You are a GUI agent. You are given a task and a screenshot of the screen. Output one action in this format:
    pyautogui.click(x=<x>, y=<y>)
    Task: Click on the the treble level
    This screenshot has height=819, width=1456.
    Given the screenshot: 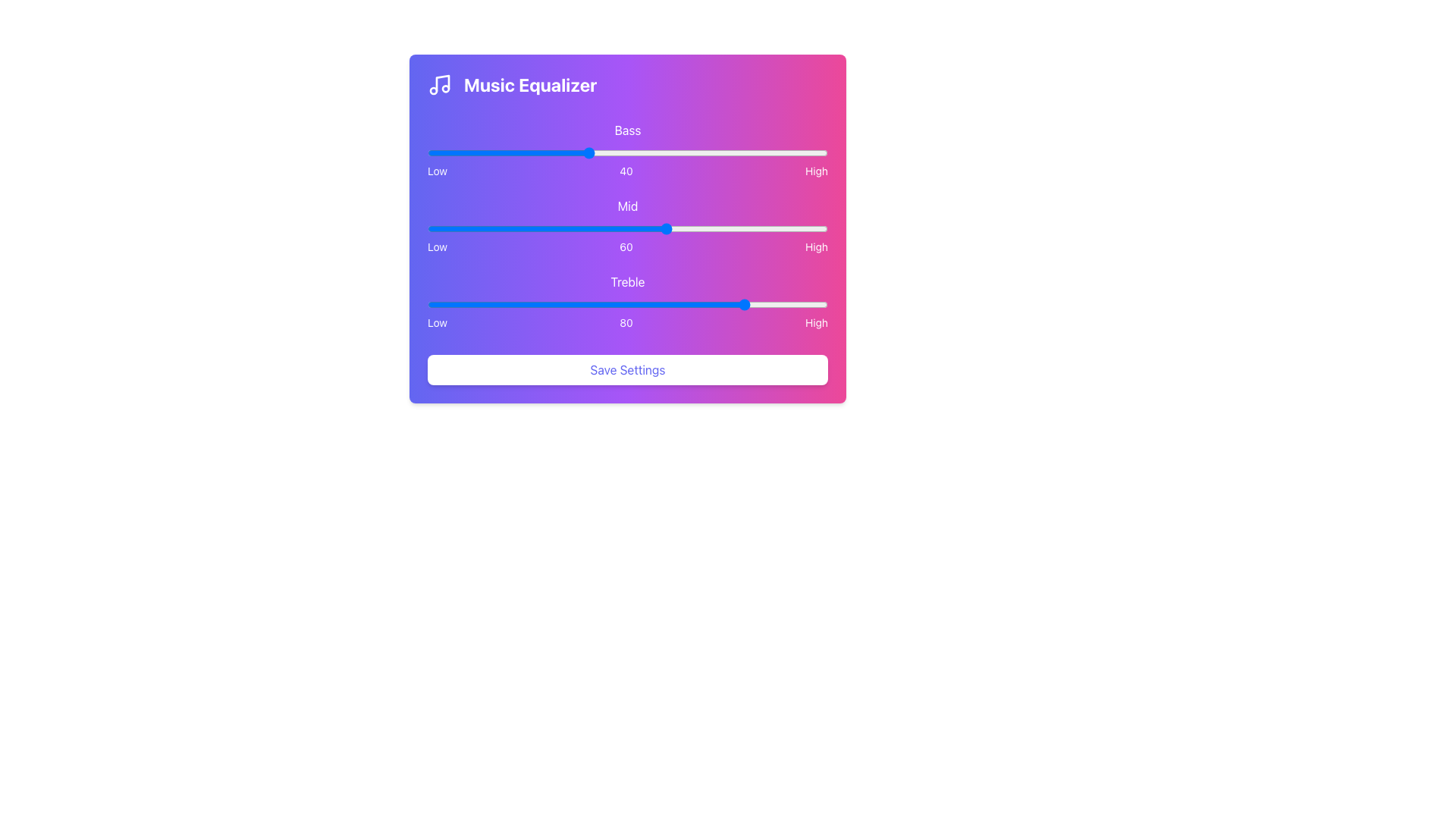 What is the action you would take?
    pyautogui.click(x=739, y=304)
    